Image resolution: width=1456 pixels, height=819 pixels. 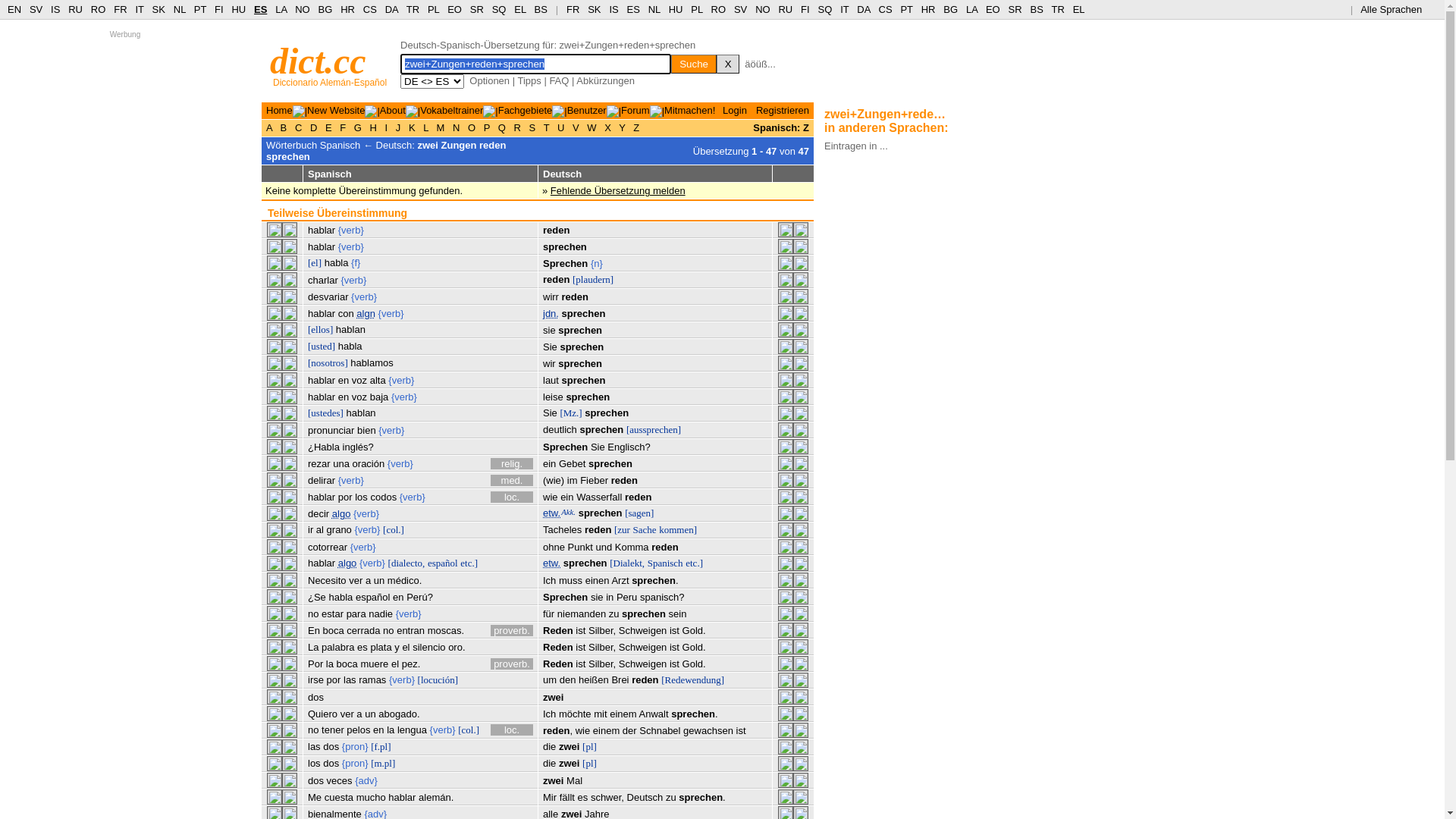 What do you see at coordinates (218, 9) in the screenshot?
I see `'FI'` at bounding box center [218, 9].